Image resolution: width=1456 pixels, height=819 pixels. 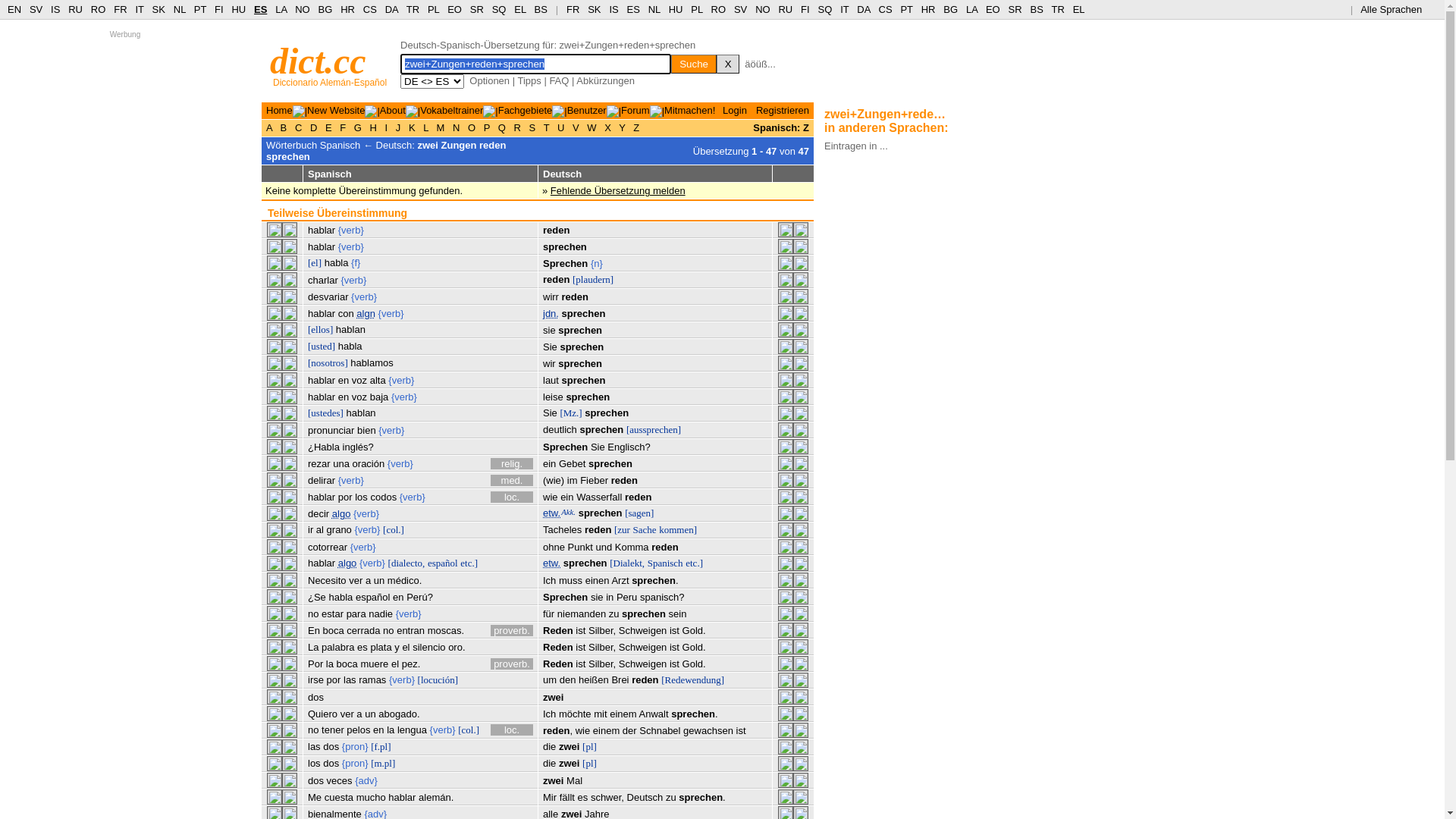 What do you see at coordinates (218, 9) in the screenshot?
I see `'FI'` at bounding box center [218, 9].